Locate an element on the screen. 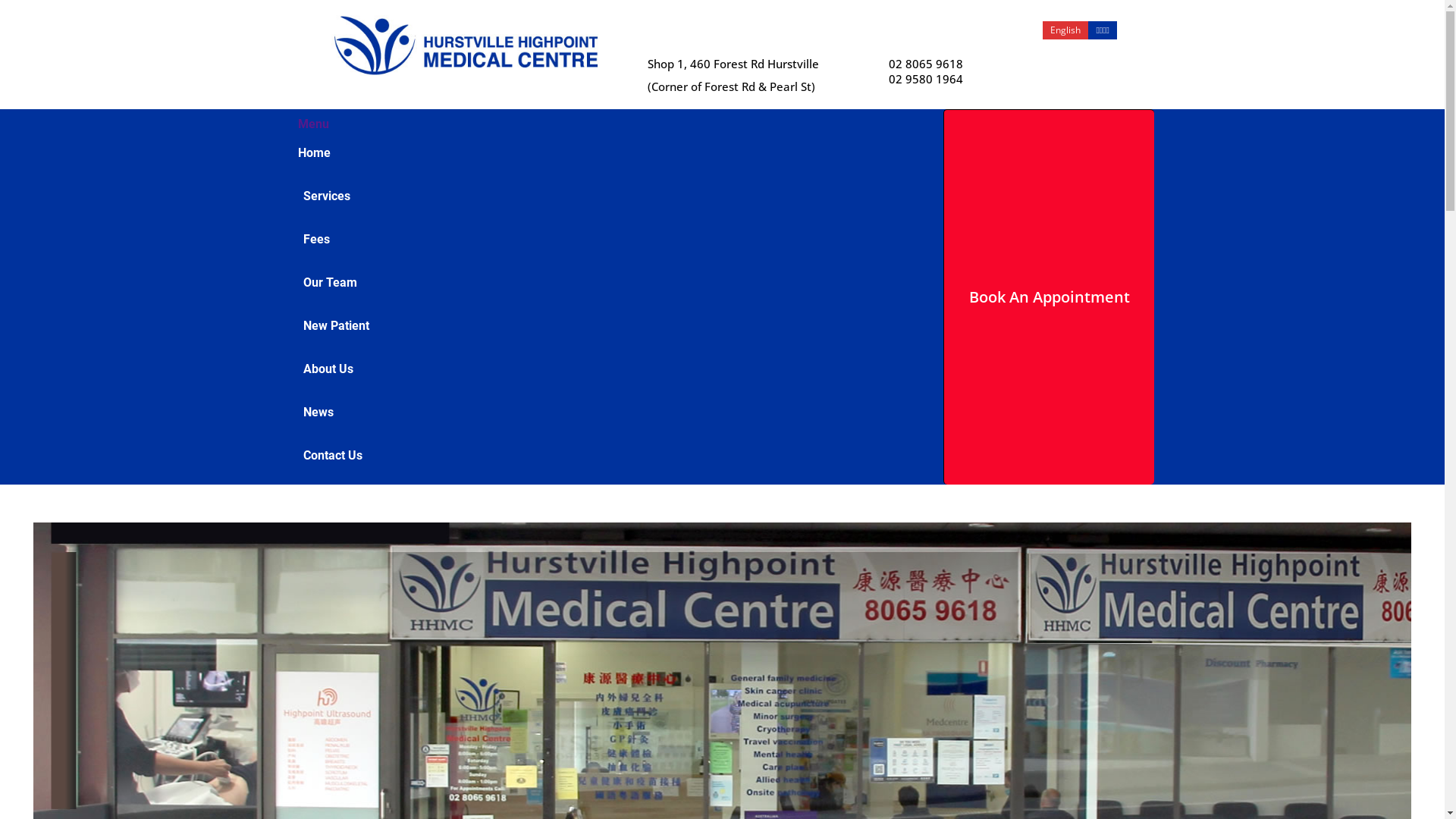  'Menu' is located at coordinates (312, 123).